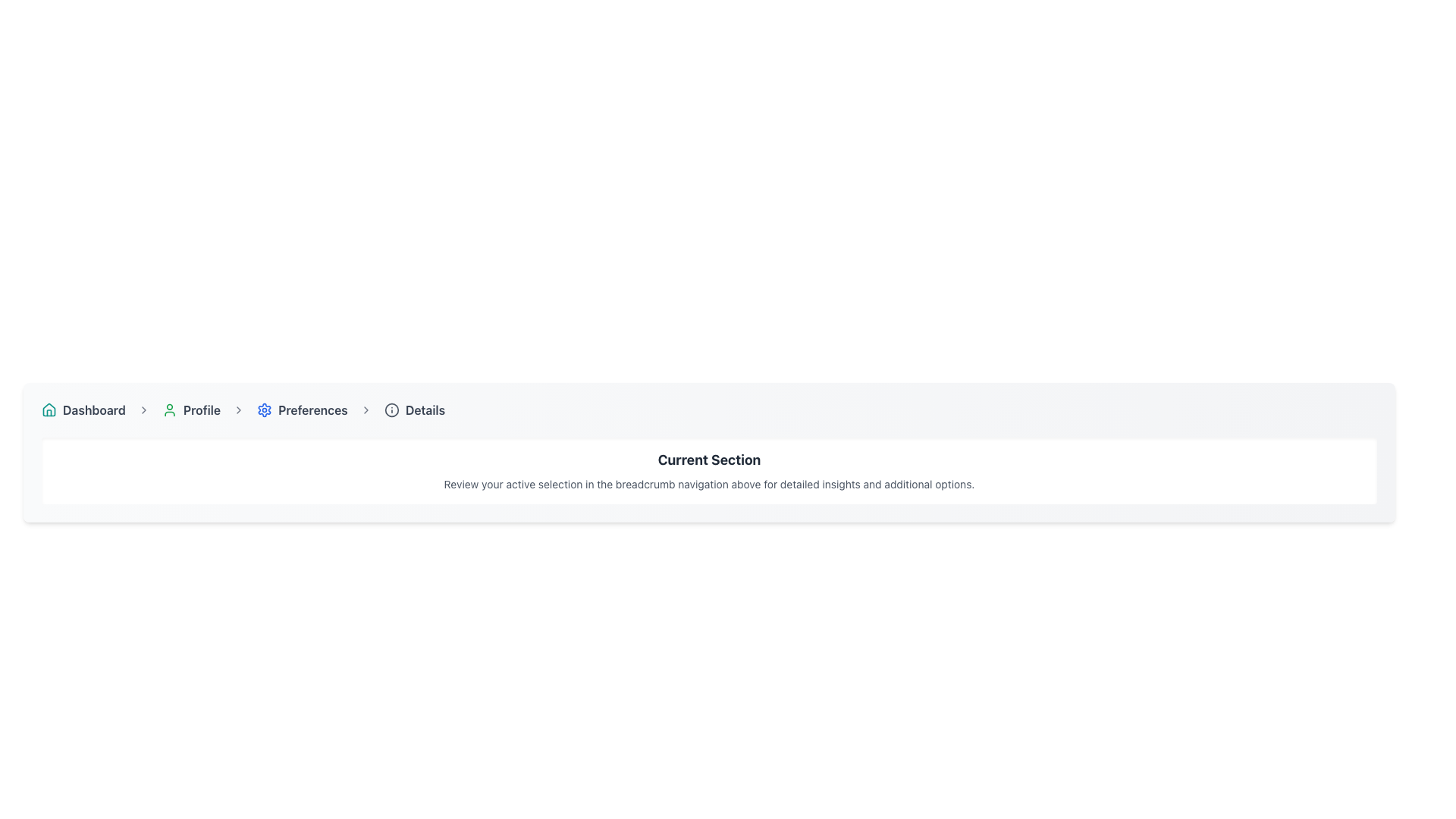  I want to click on the interactive link labeled 'Dashboard' located at the leftmost position of the breadcrumb navigation bar, so click(83, 409).